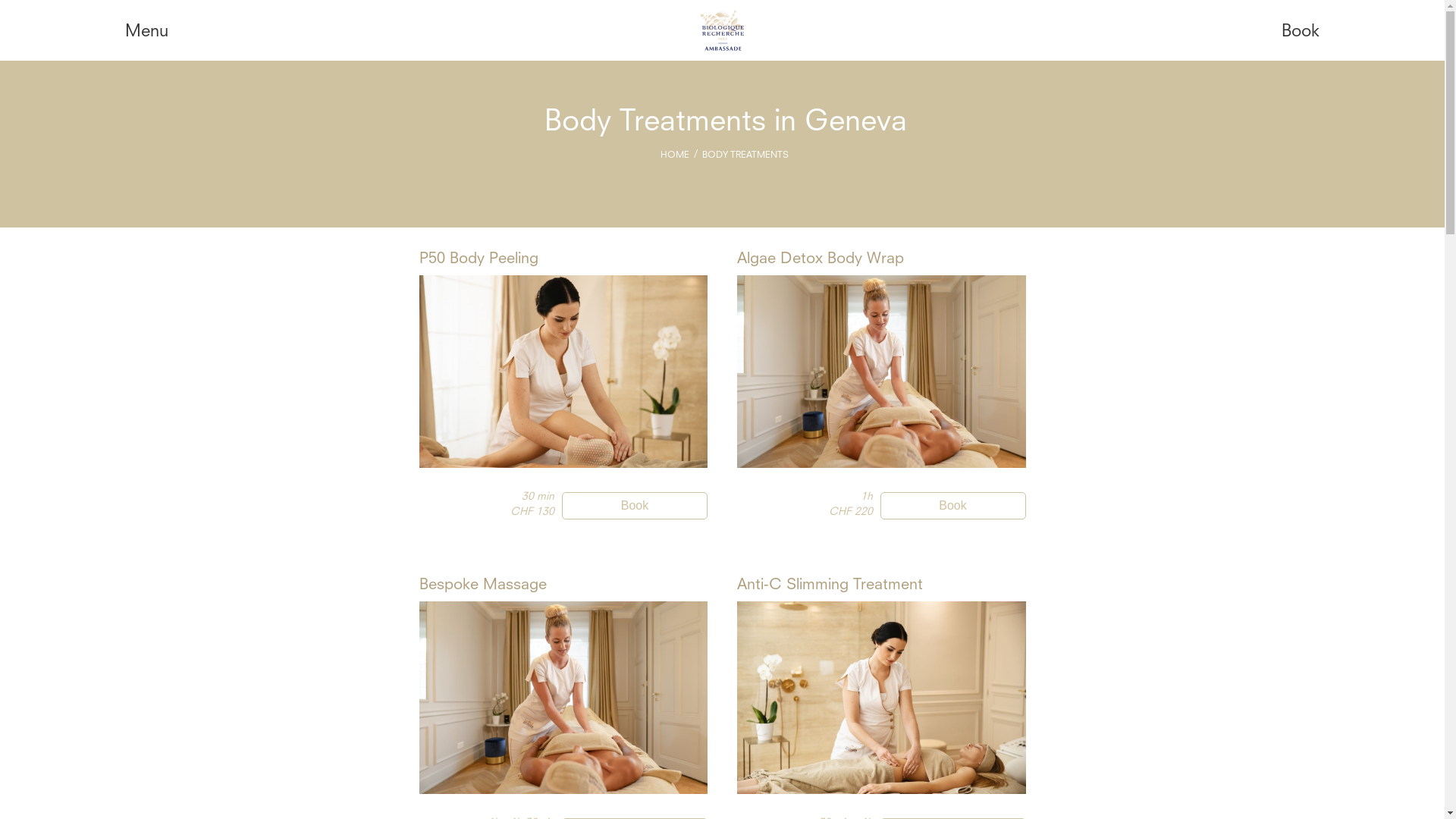 This screenshot has width=1456, height=819. What do you see at coordinates (819, 259) in the screenshot?
I see `'Algae Detox Body Wrap'` at bounding box center [819, 259].